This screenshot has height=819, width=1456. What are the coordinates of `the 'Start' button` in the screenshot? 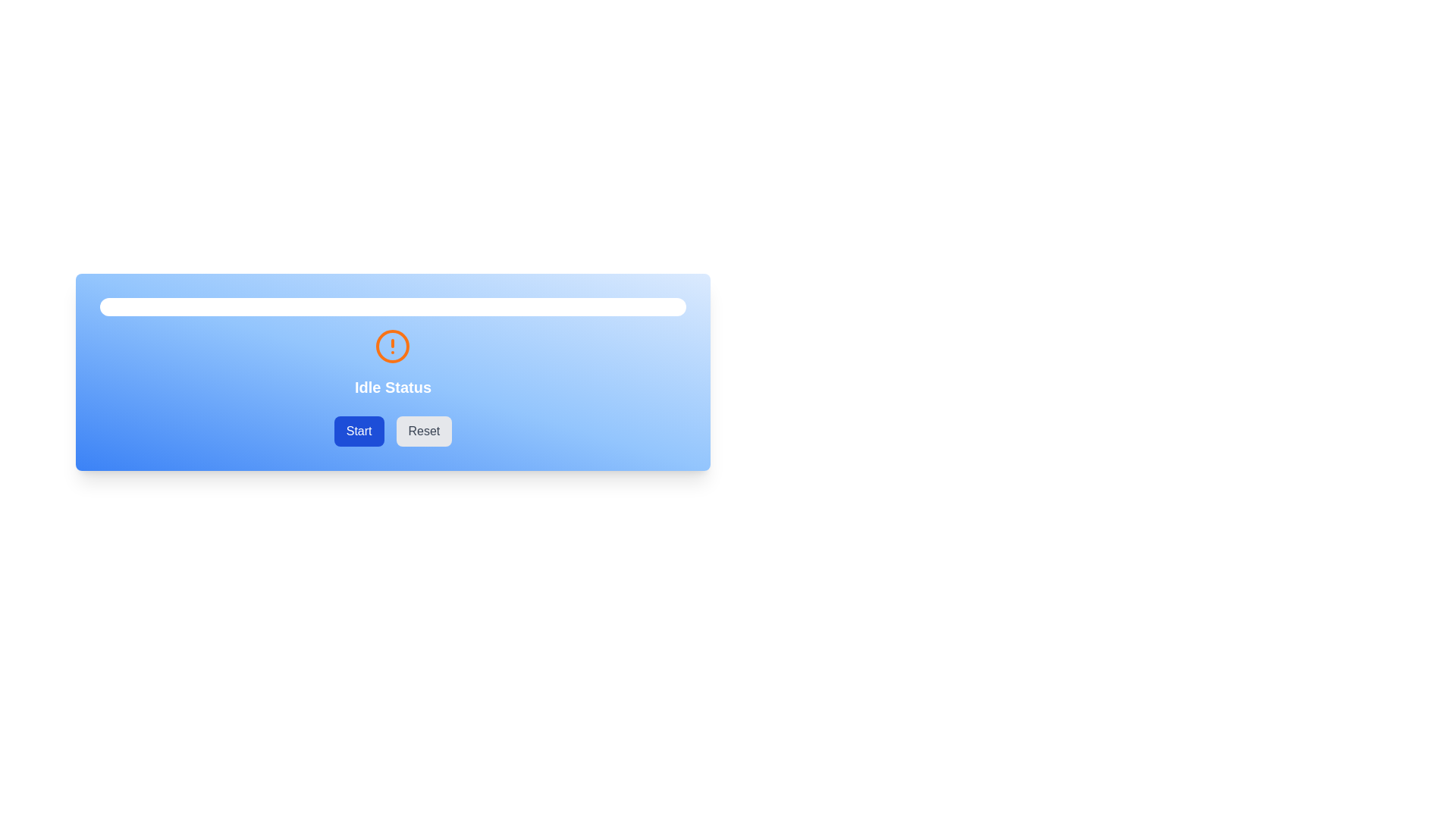 It's located at (358, 431).